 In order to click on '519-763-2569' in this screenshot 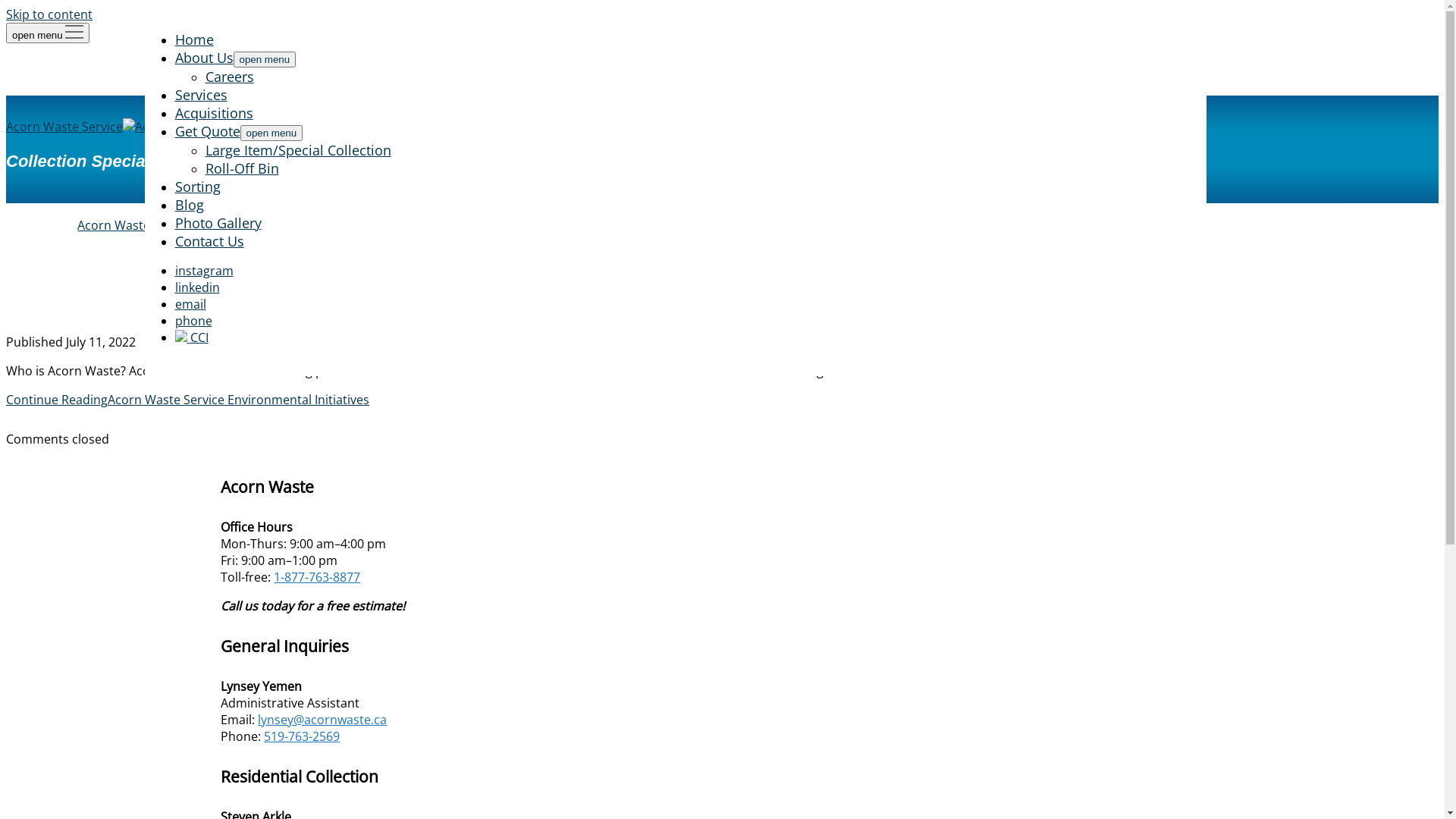, I will do `click(302, 736)`.